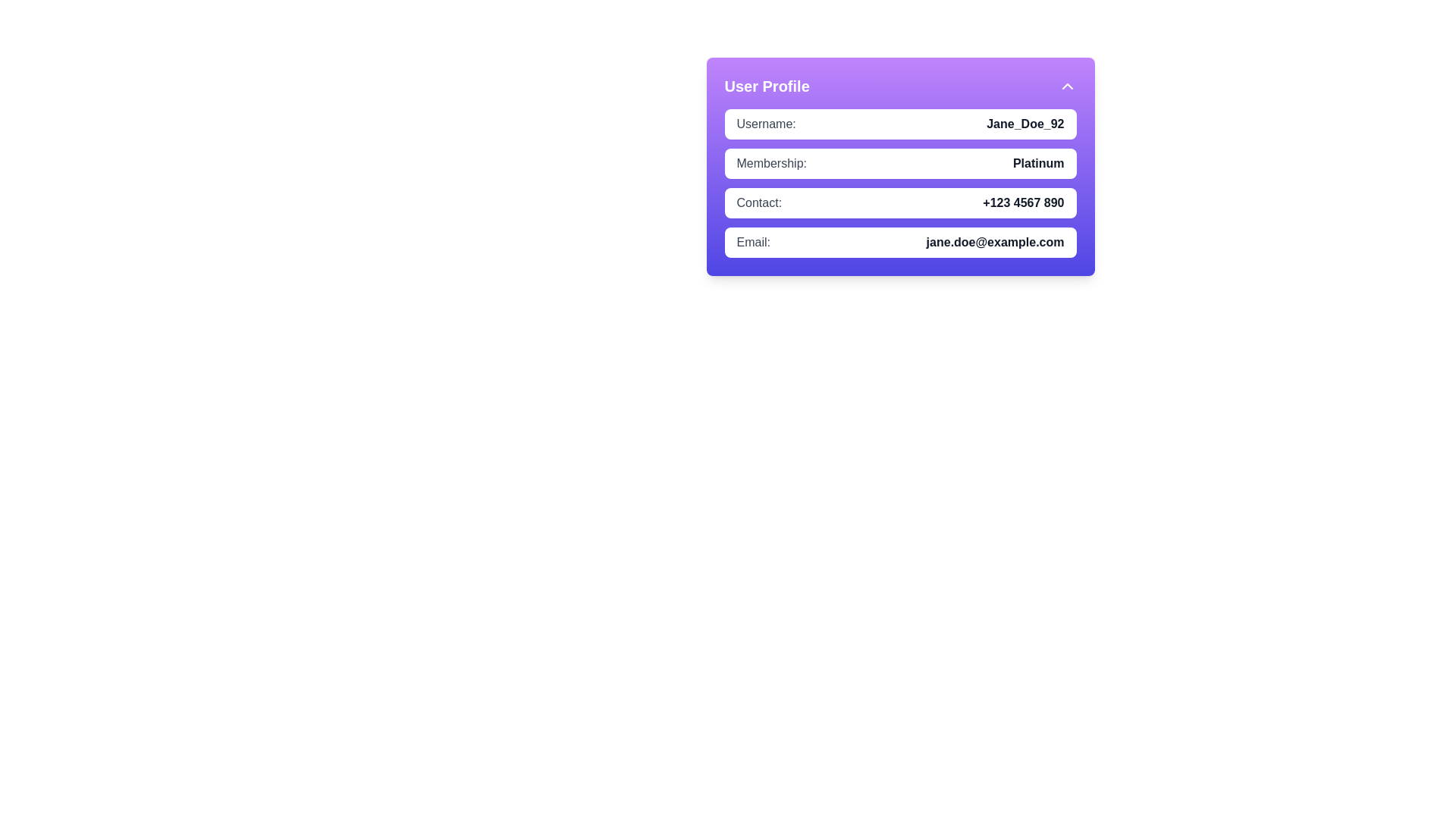 The height and width of the screenshot is (819, 1456). Describe the element at coordinates (900, 177) in the screenshot. I see `value displayed in the user's membership level section, which shows 'Platinum' in a bold font style within a white rounded rectangular box` at that location.